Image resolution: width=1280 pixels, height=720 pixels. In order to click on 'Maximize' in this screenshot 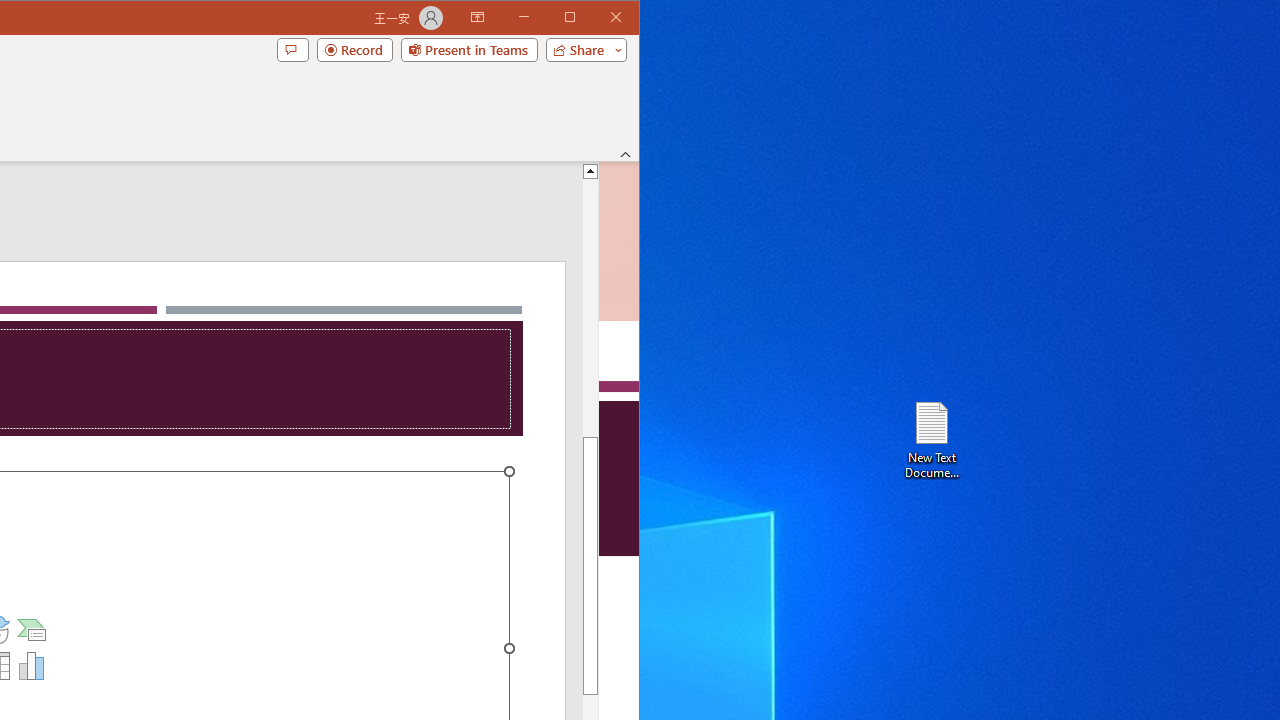, I will do `click(598, 19)`.